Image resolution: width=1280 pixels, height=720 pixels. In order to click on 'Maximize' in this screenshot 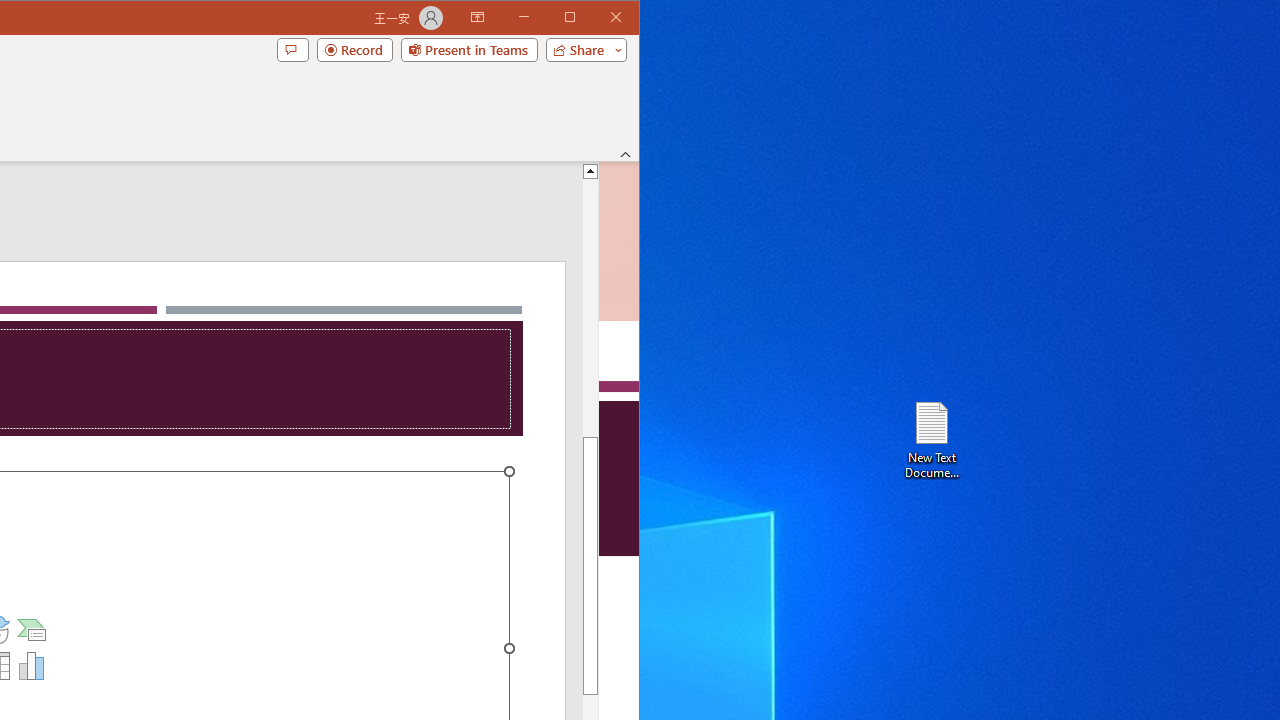, I will do `click(598, 19)`.